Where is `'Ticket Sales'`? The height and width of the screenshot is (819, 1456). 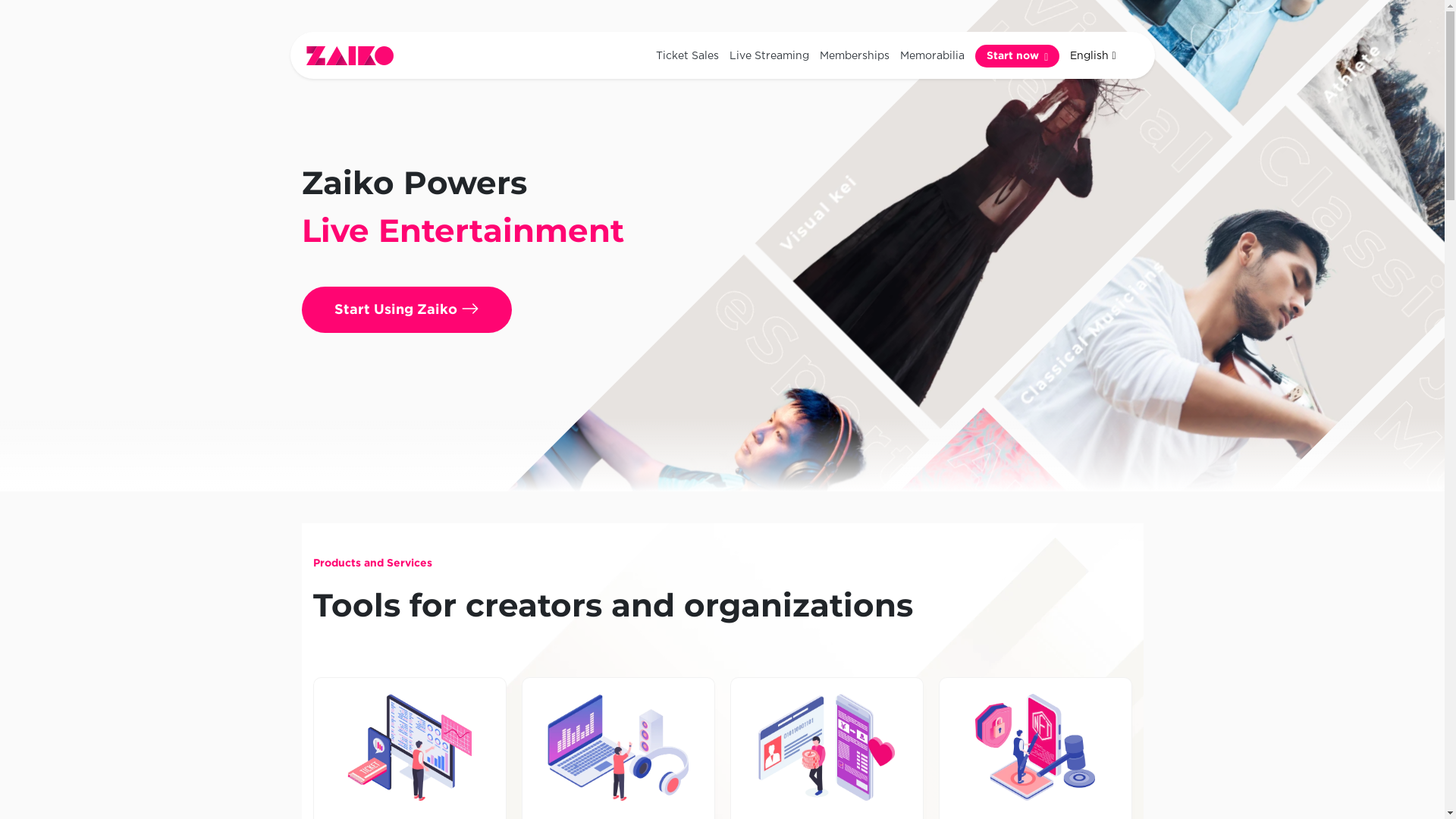 'Ticket Sales' is located at coordinates (686, 55).